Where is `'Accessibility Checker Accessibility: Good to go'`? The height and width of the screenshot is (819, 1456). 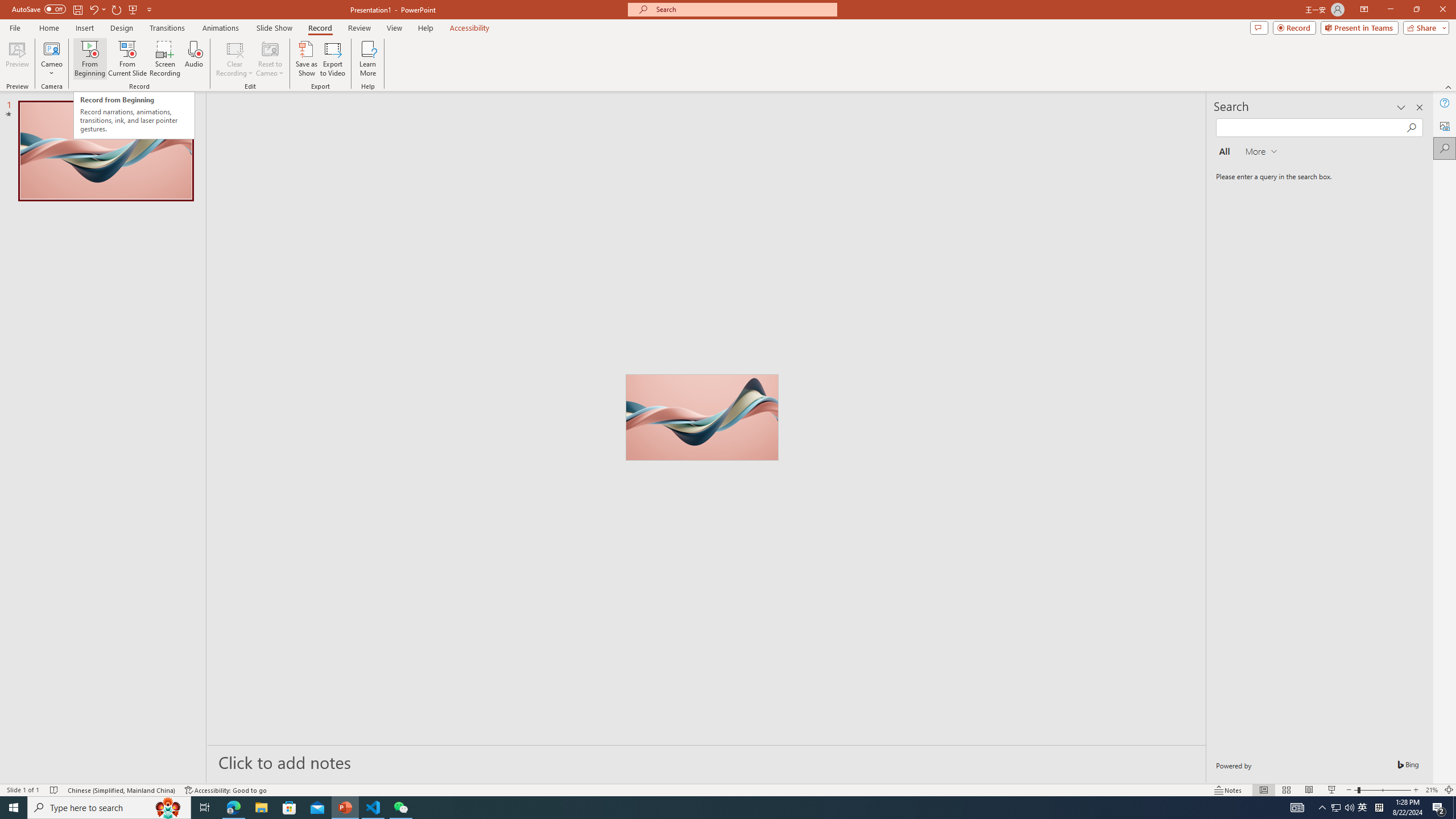 'Accessibility Checker Accessibility: Good to go' is located at coordinates (226, 790).